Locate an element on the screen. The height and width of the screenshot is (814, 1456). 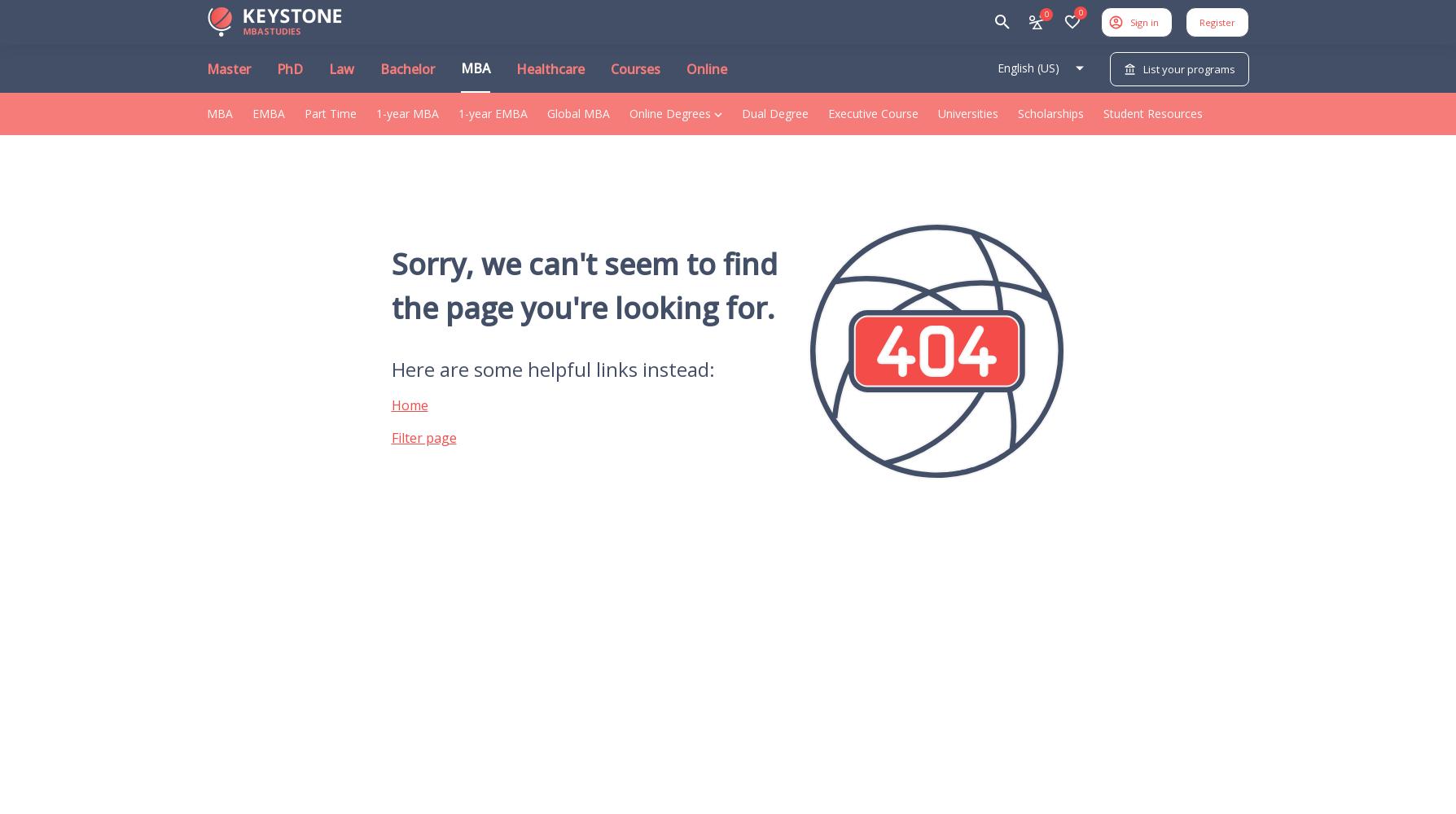
'Master' is located at coordinates (228, 68).